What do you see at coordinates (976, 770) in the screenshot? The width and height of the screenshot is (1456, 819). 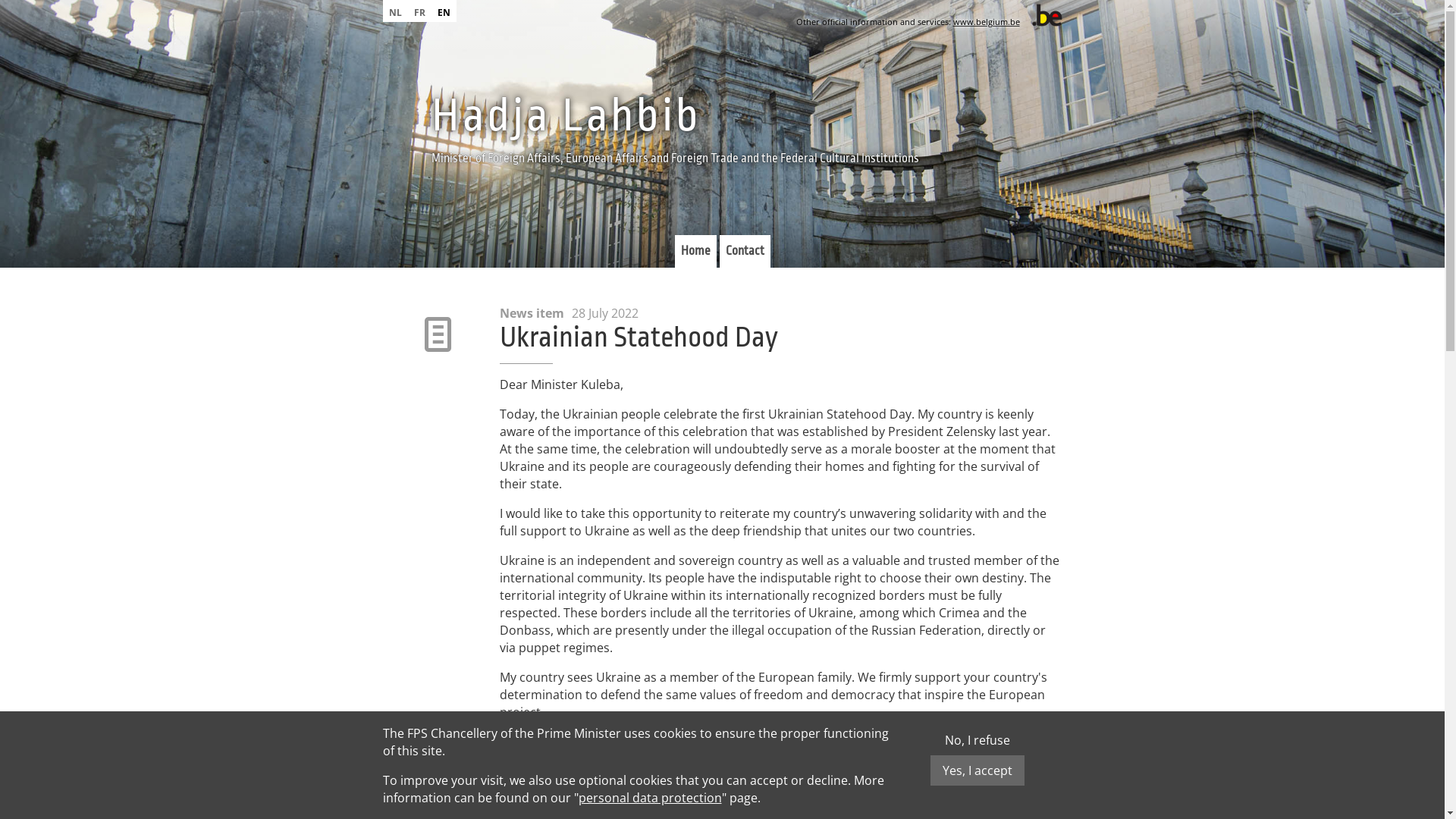 I see `'Yes, I accept'` at bounding box center [976, 770].